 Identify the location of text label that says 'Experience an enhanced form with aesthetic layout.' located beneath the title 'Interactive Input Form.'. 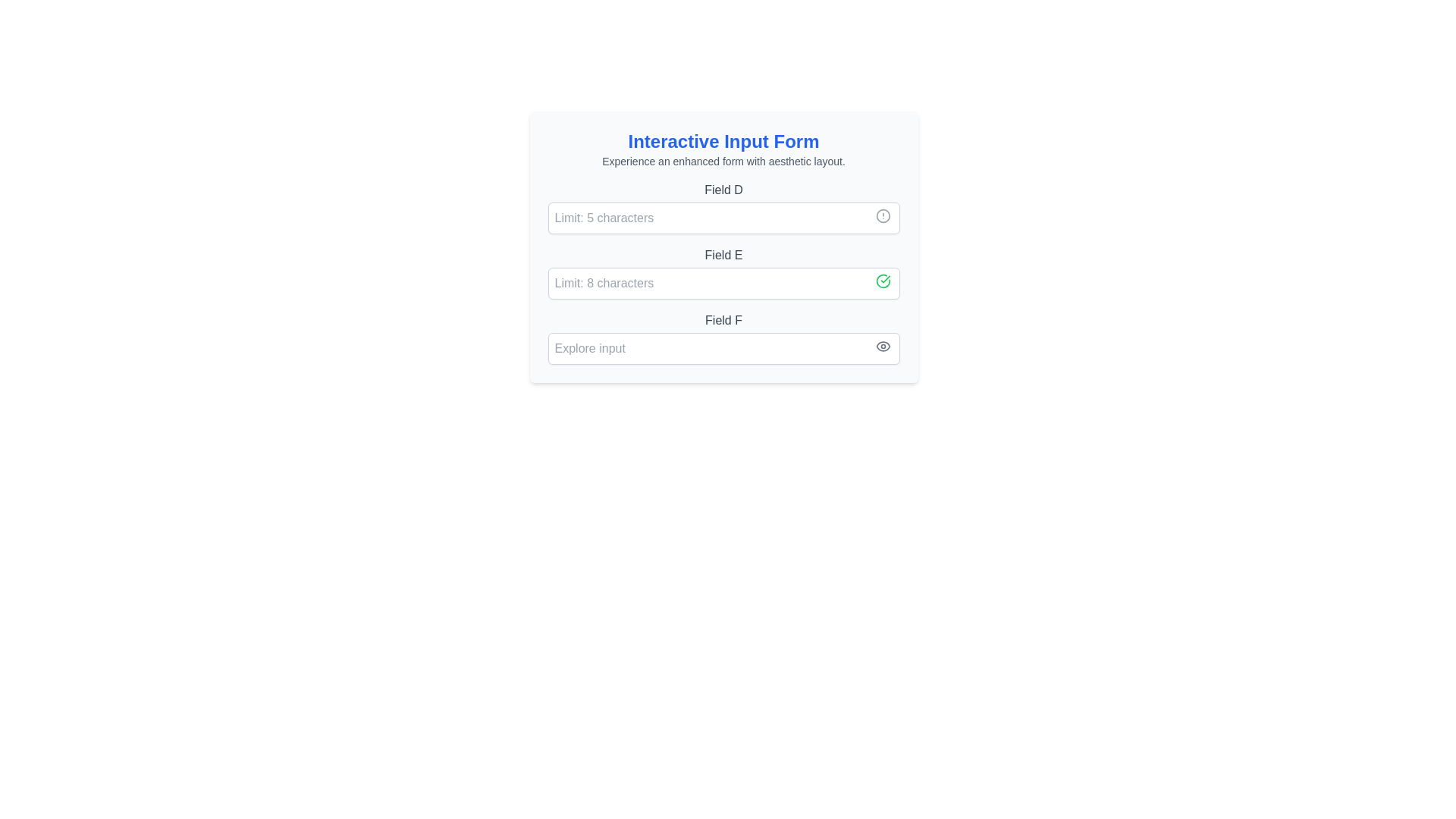
(723, 161).